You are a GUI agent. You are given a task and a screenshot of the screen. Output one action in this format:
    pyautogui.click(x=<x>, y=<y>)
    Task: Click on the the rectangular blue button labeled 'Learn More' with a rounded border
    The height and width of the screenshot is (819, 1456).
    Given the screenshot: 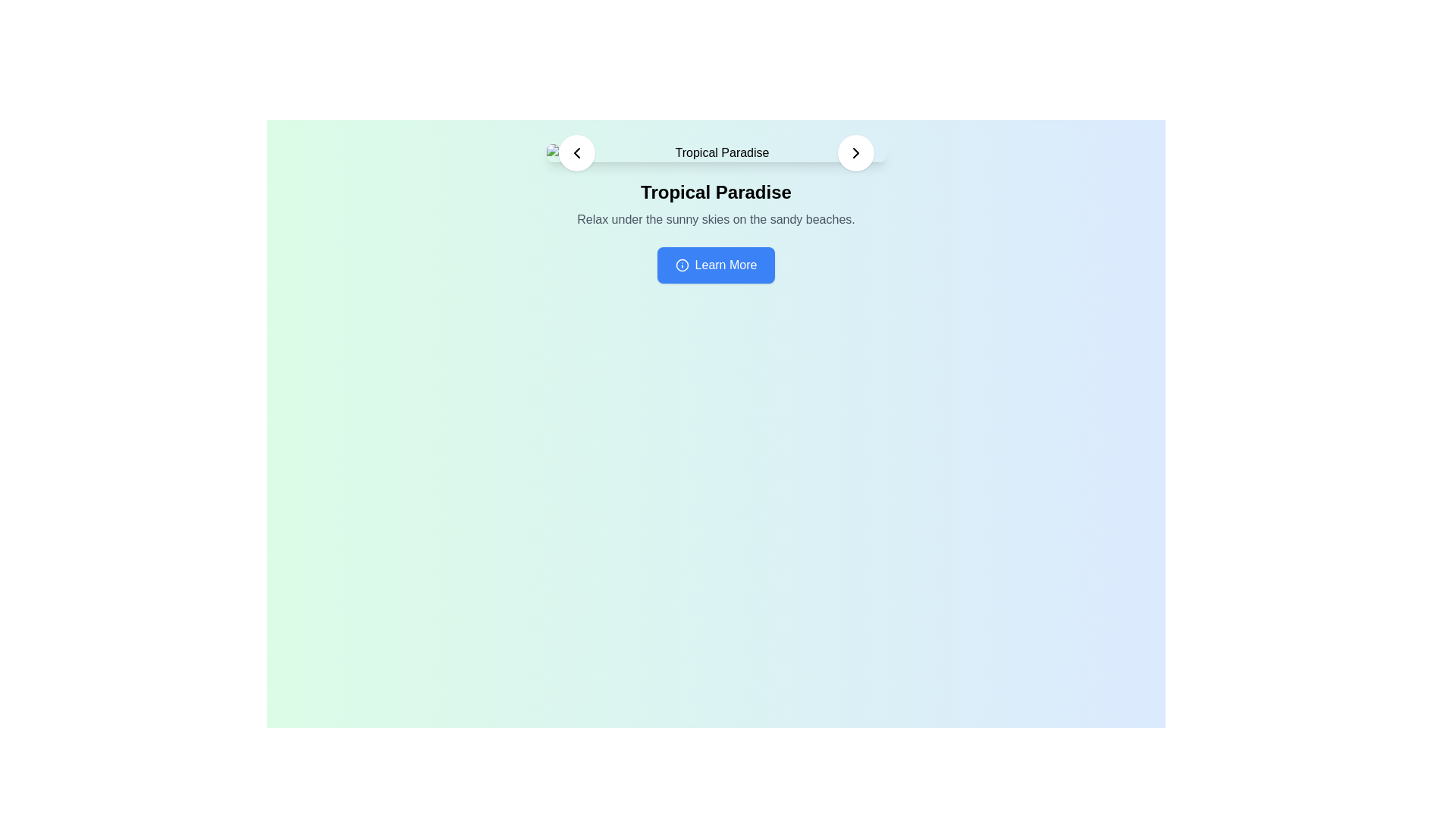 What is the action you would take?
    pyautogui.click(x=715, y=265)
    